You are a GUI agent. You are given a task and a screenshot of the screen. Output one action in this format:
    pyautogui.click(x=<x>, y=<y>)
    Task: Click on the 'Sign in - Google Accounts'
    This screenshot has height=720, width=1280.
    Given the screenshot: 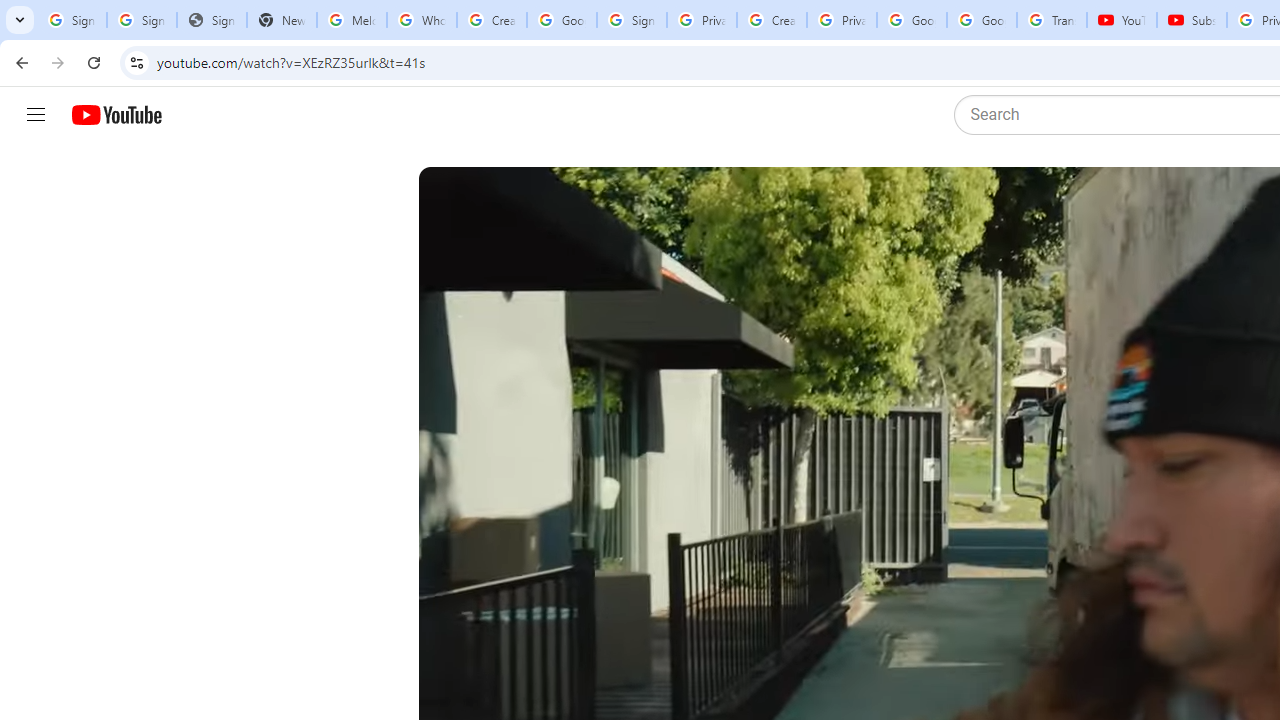 What is the action you would take?
    pyautogui.click(x=630, y=20)
    